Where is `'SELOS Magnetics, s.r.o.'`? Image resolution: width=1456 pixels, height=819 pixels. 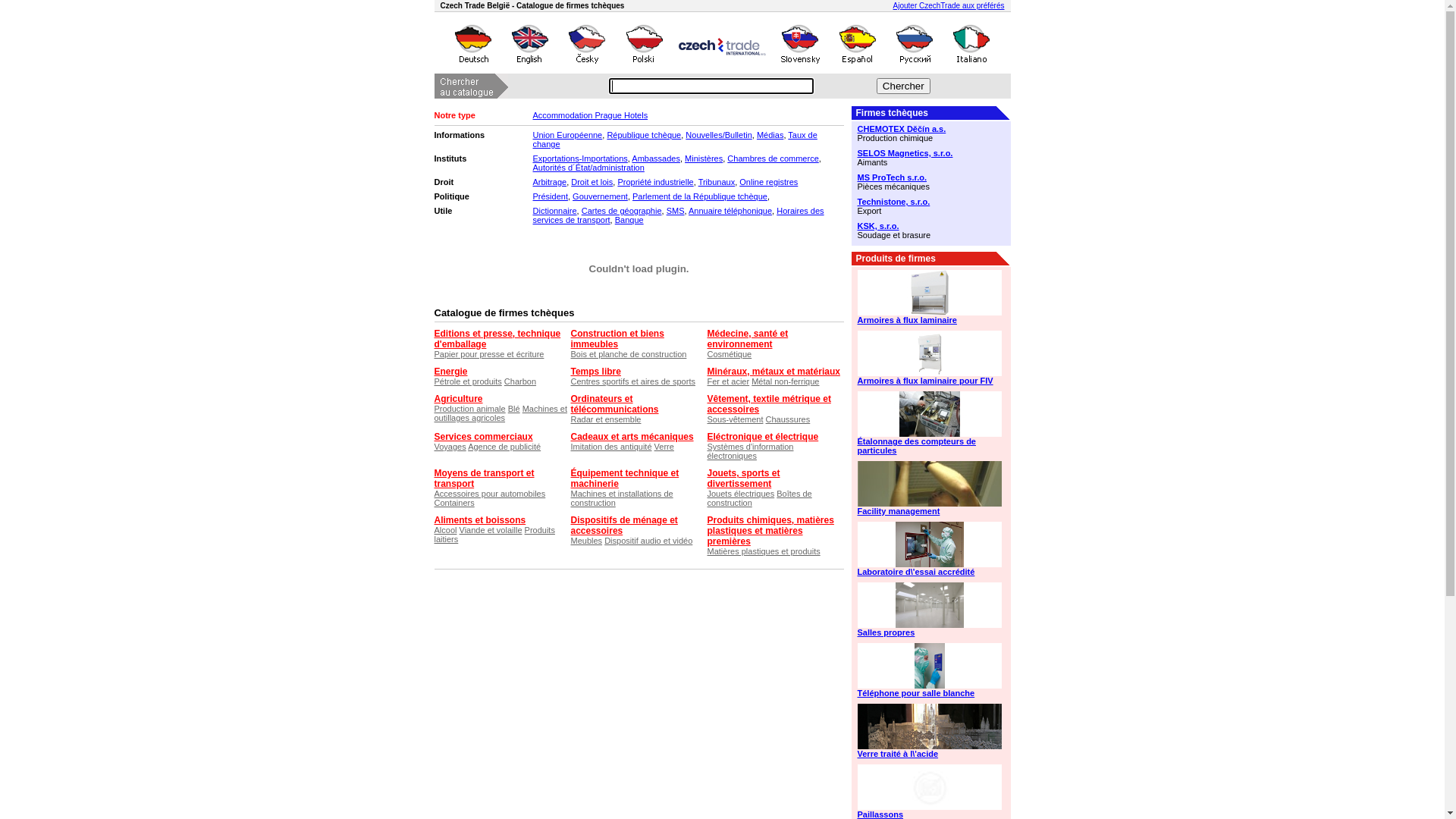 'SELOS Magnetics, s.r.o.' is located at coordinates (930, 152).